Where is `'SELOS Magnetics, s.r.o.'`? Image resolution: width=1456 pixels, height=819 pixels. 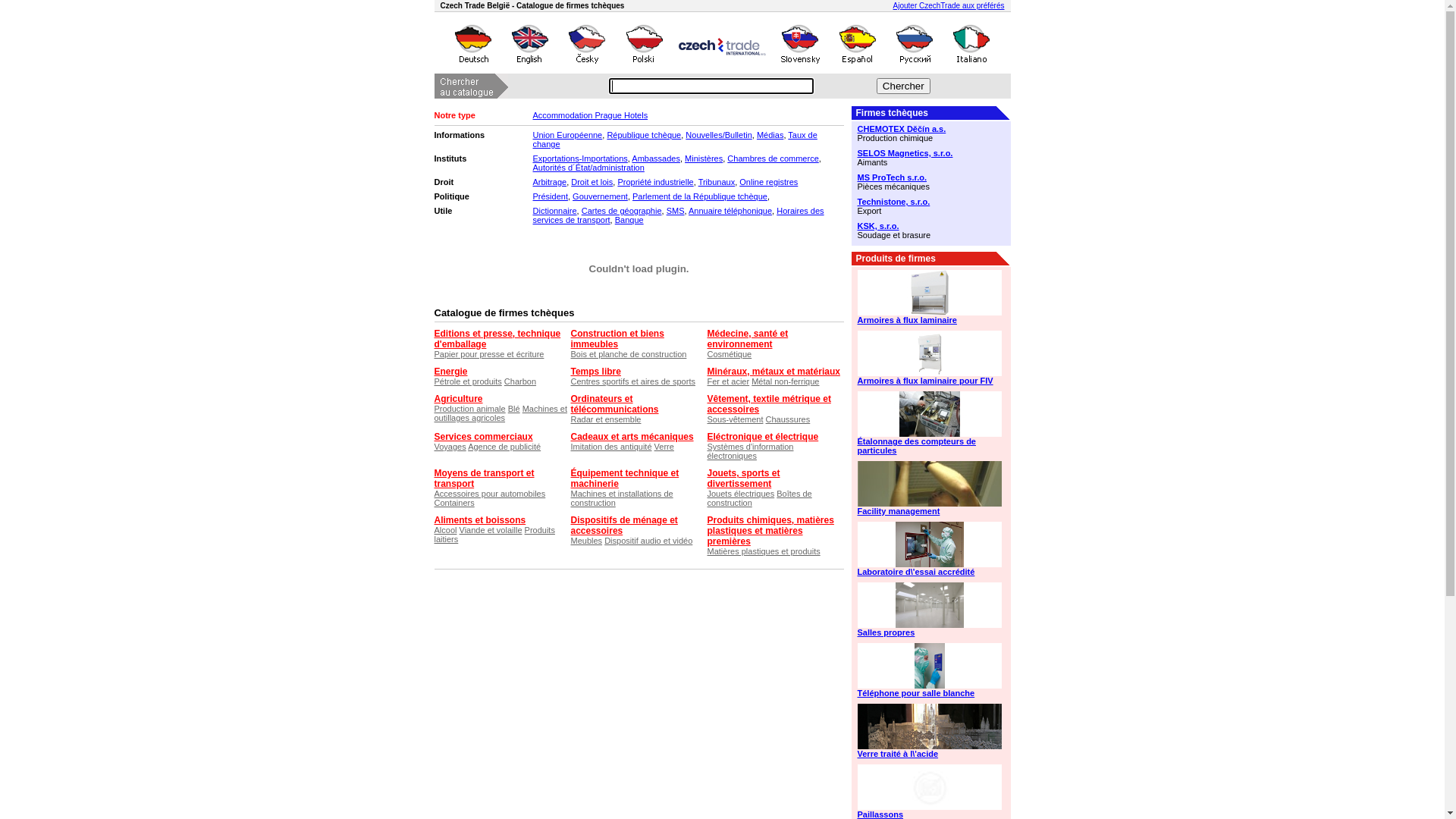 'SELOS Magnetics, s.r.o.' is located at coordinates (930, 152).